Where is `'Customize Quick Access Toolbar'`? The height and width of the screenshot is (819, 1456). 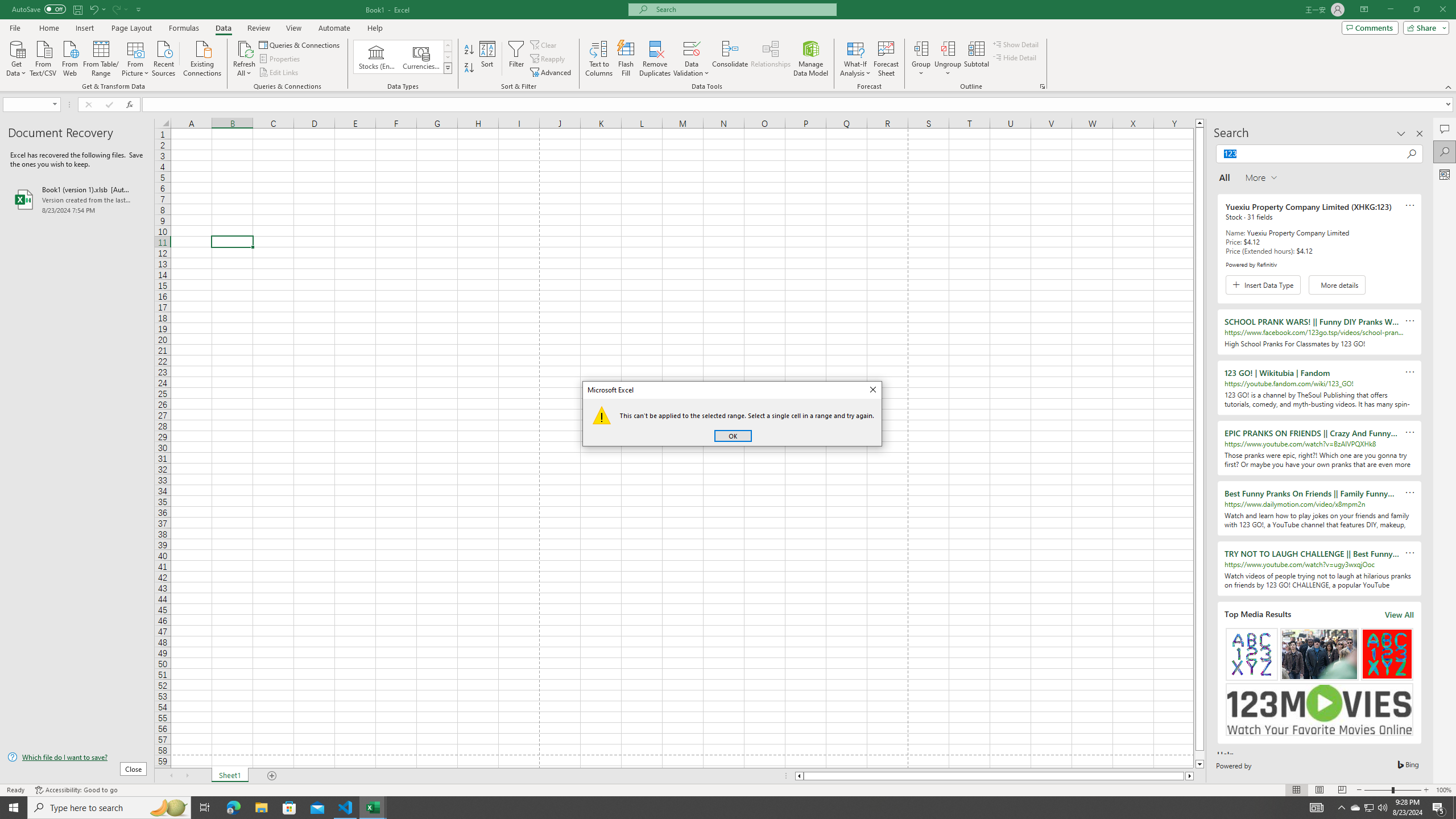
'Customize Quick Access Toolbar' is located at coordinates (139, 9).